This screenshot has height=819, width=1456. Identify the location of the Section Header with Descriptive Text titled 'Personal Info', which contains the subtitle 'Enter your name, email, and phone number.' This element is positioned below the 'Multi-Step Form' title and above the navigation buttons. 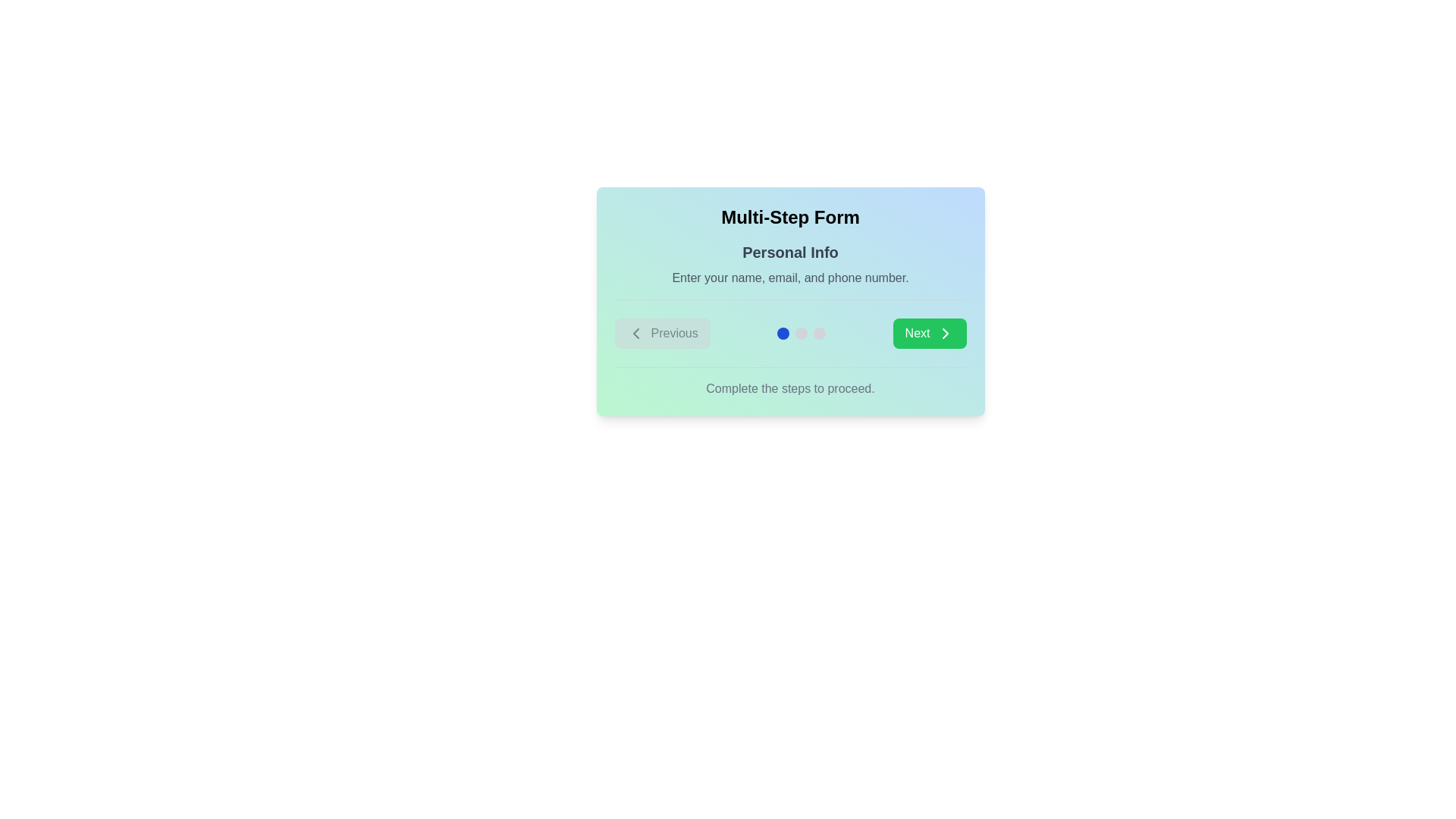
(789, 270).